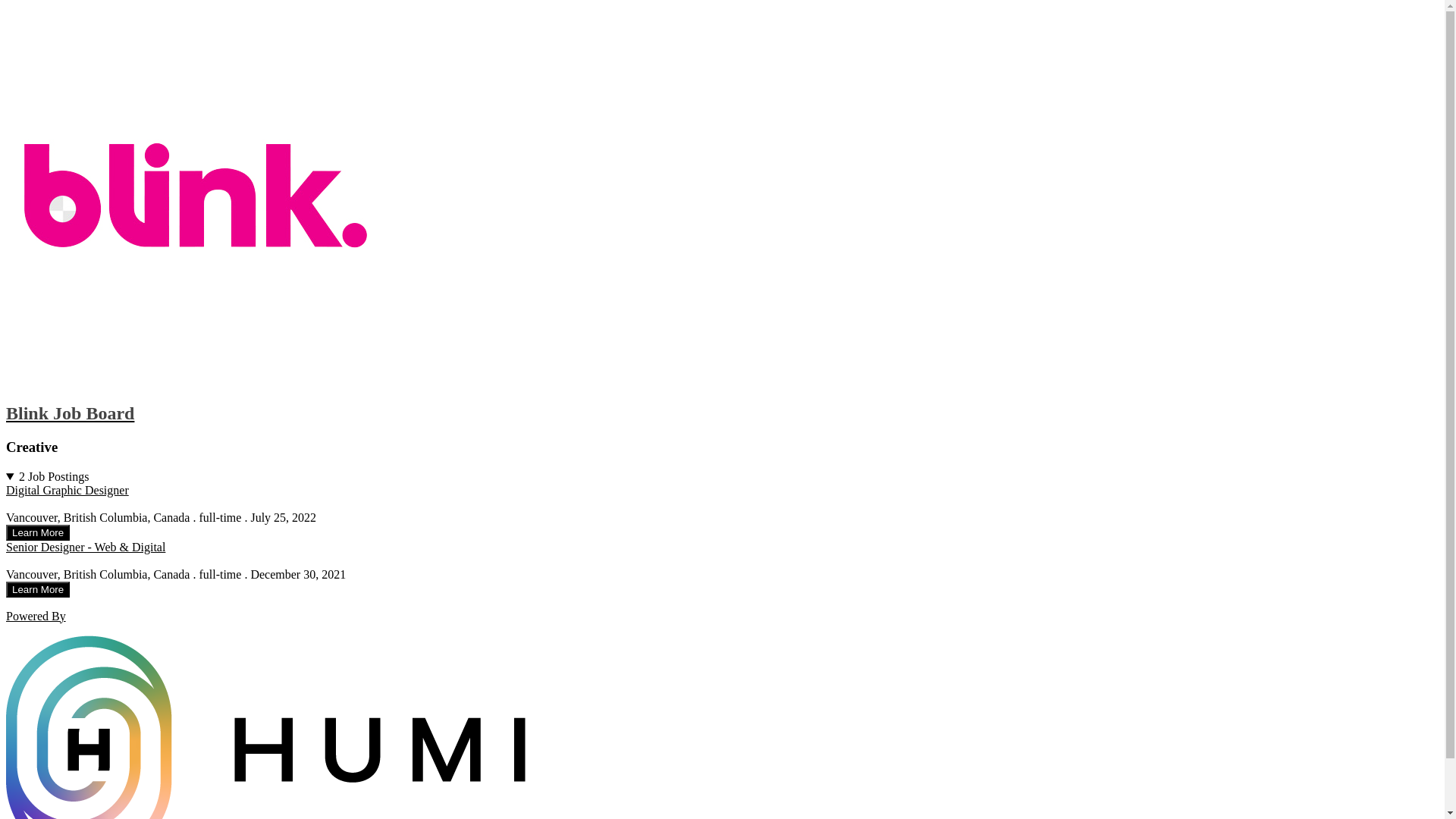  Describe the element at coordinates (37, 531) in the screenshot. I see `'Learn More'` at that location.